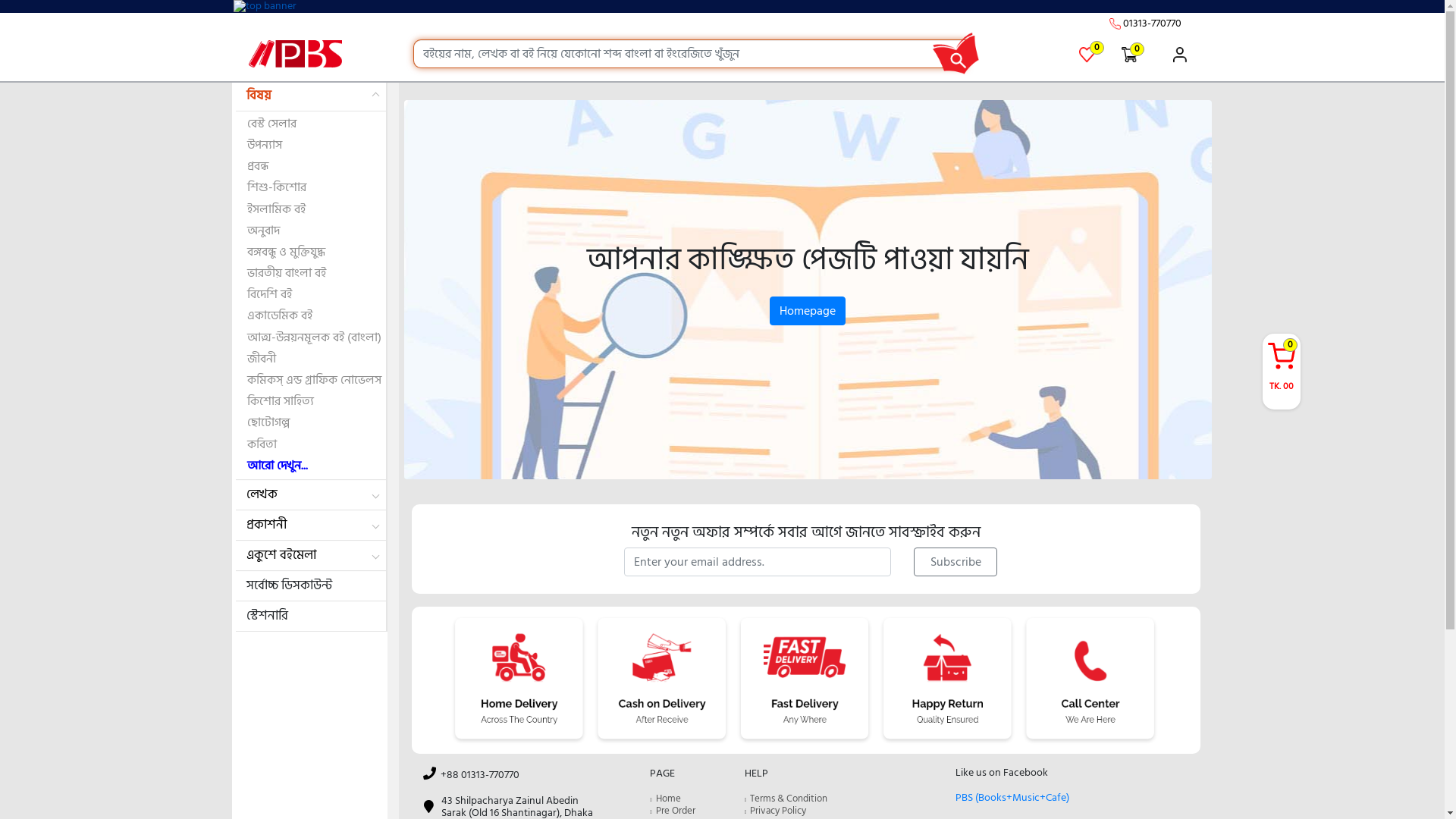 The image size is (1456, 819). Describe the element at coordinates (1280, 369) in the screenshot. I see `'0` at that location.